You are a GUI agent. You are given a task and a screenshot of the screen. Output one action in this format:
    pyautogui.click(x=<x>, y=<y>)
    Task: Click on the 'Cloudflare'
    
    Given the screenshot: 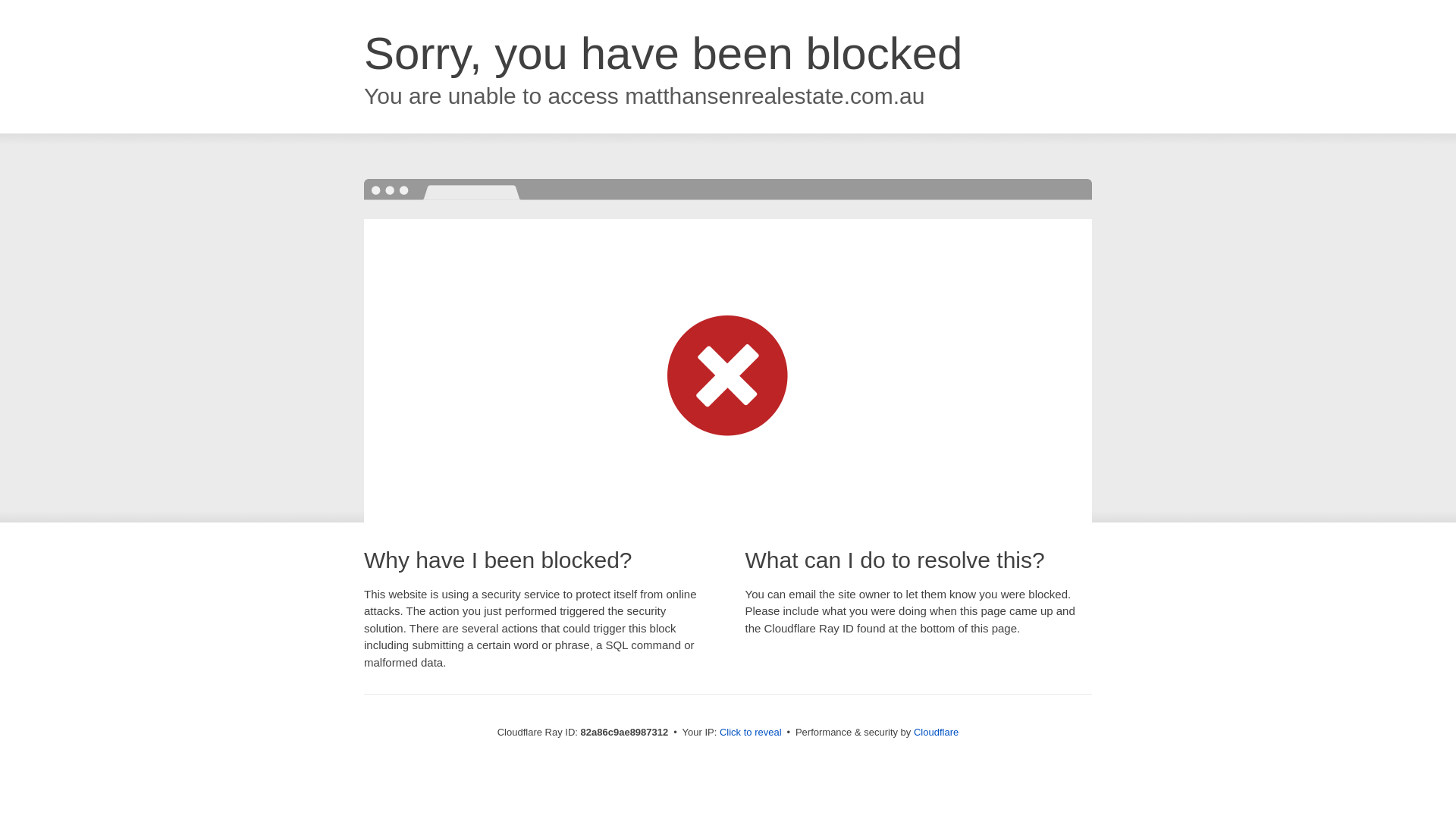 What is the action you would take?
    pyautogui.click(x=935, y=731)
    